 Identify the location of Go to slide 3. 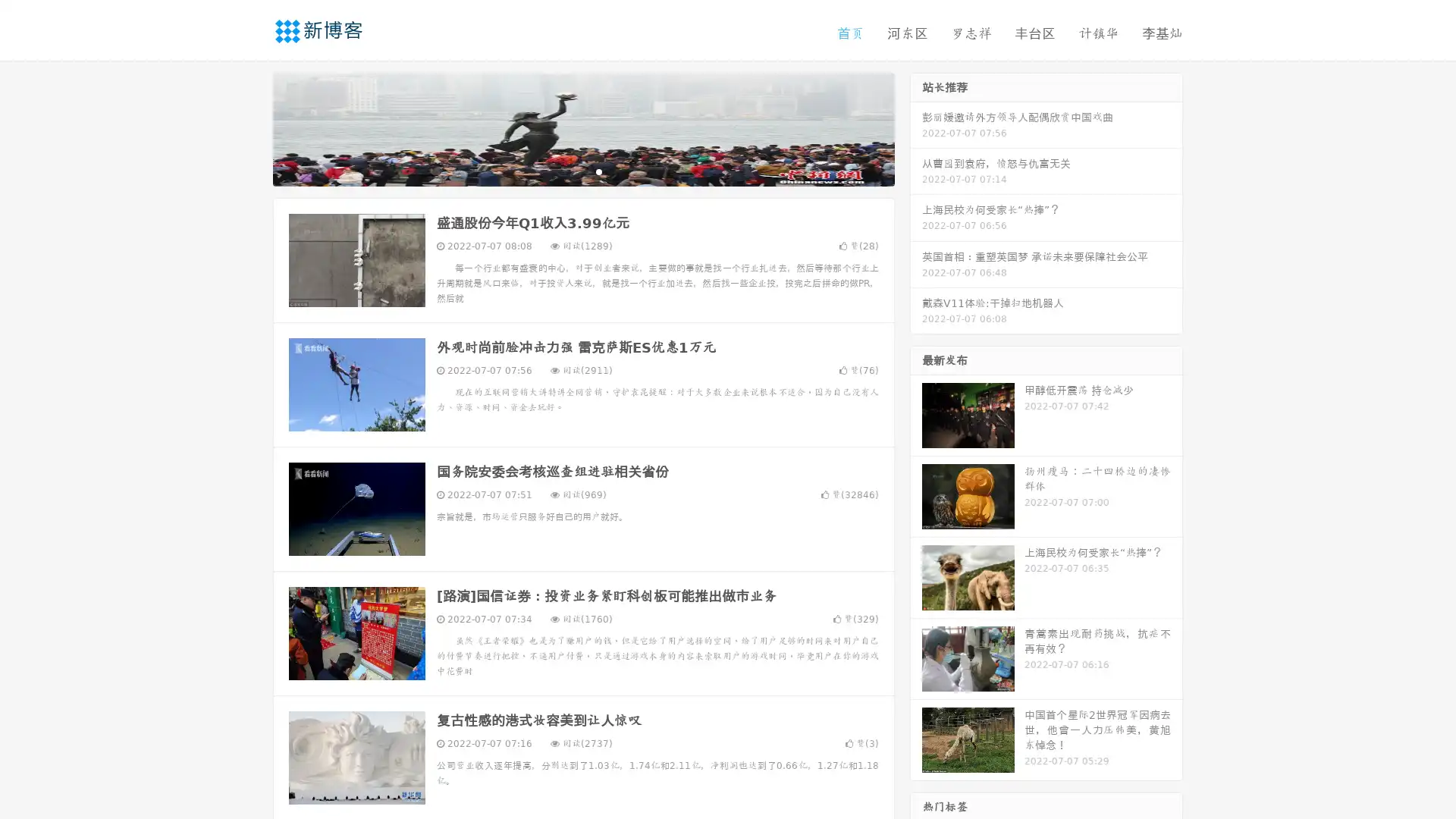
(598, 171).